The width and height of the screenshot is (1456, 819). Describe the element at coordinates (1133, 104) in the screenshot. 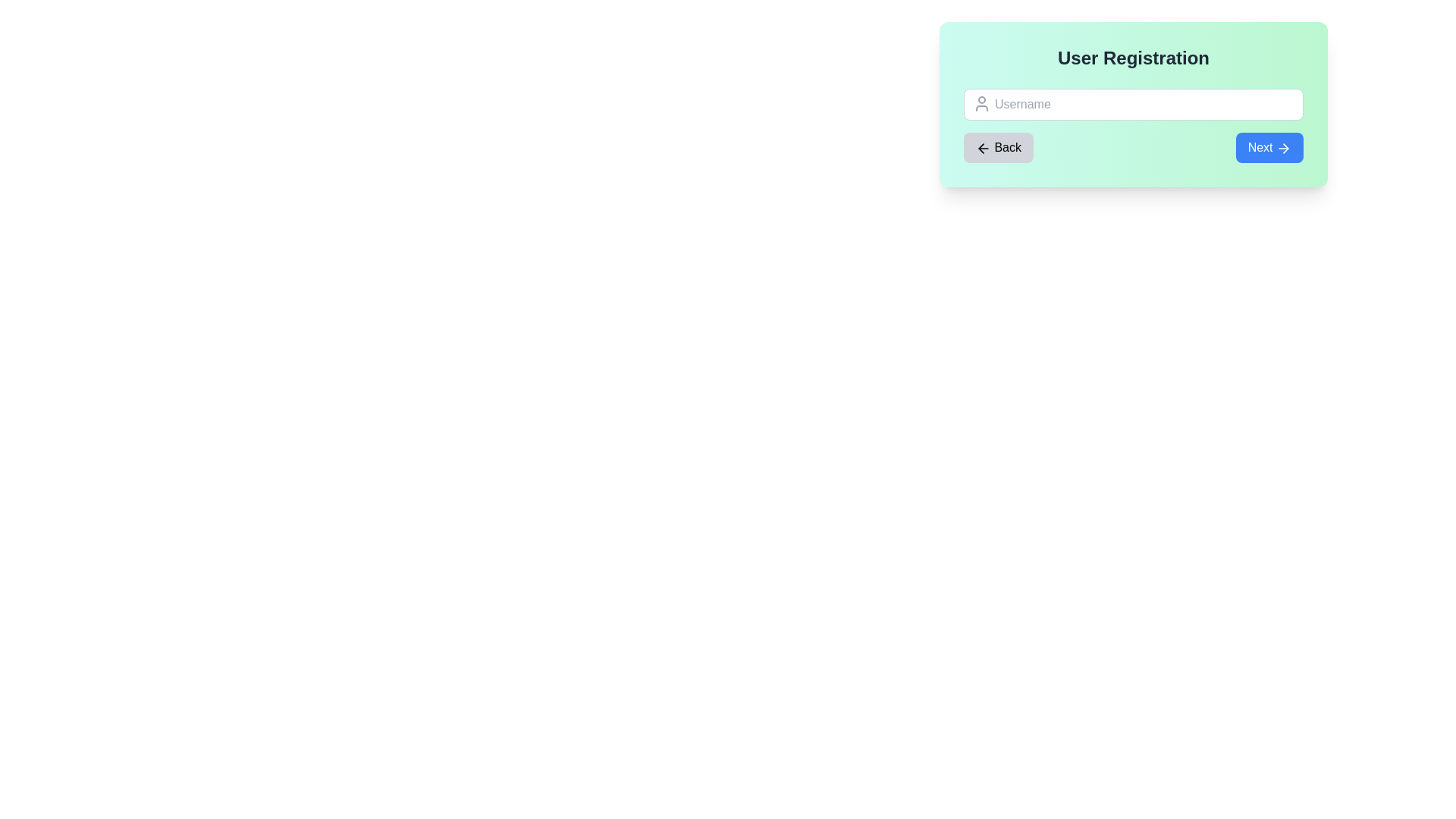

I see `the username input field located below the 'User Registration' title` at that location.